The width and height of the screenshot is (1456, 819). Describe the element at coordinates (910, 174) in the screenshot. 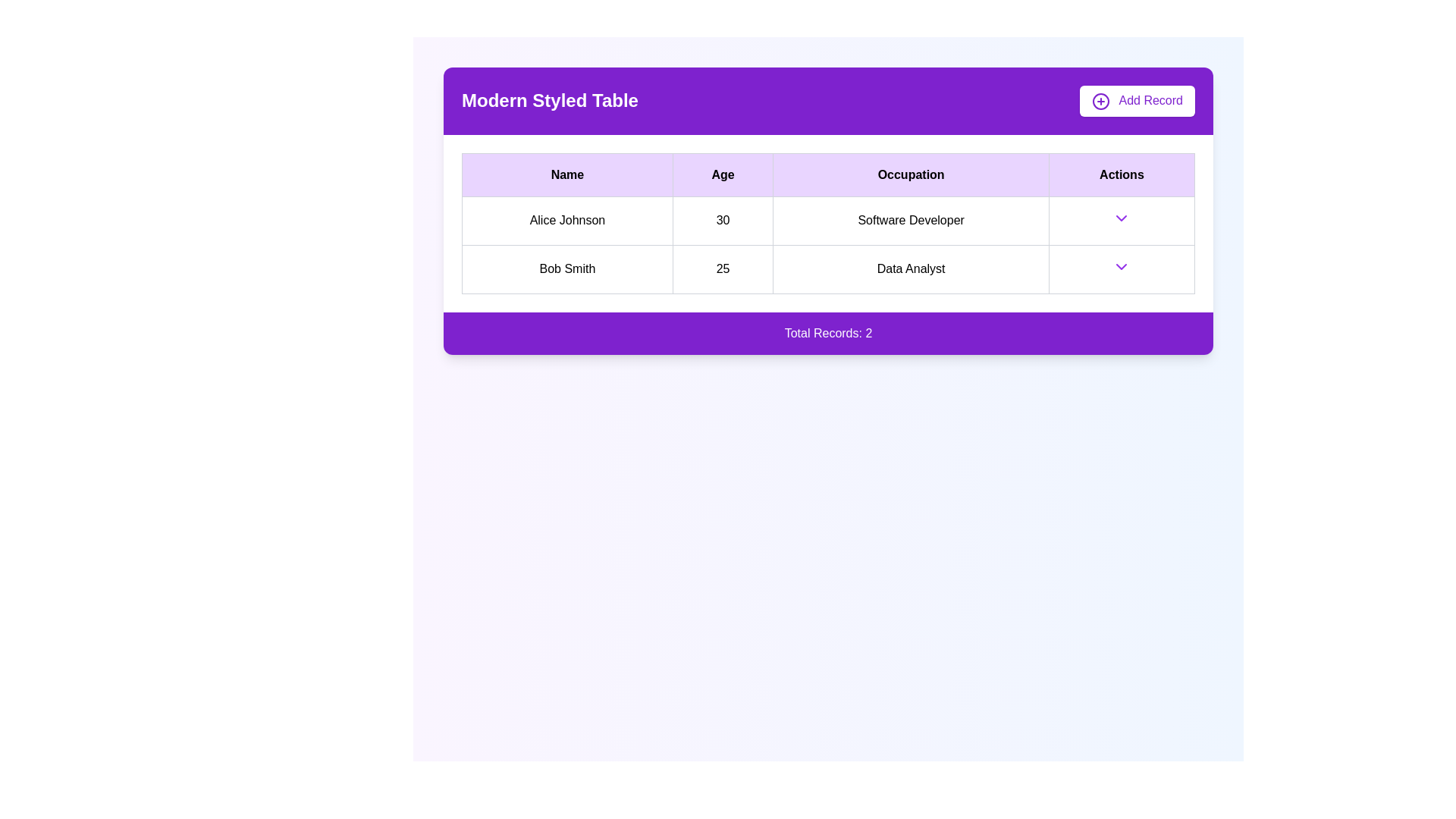

I see `the 'Occupation' header label in the table, which is the third column header preceded by 'Name' and 'Age', and followed by 'Actions'` at that location.